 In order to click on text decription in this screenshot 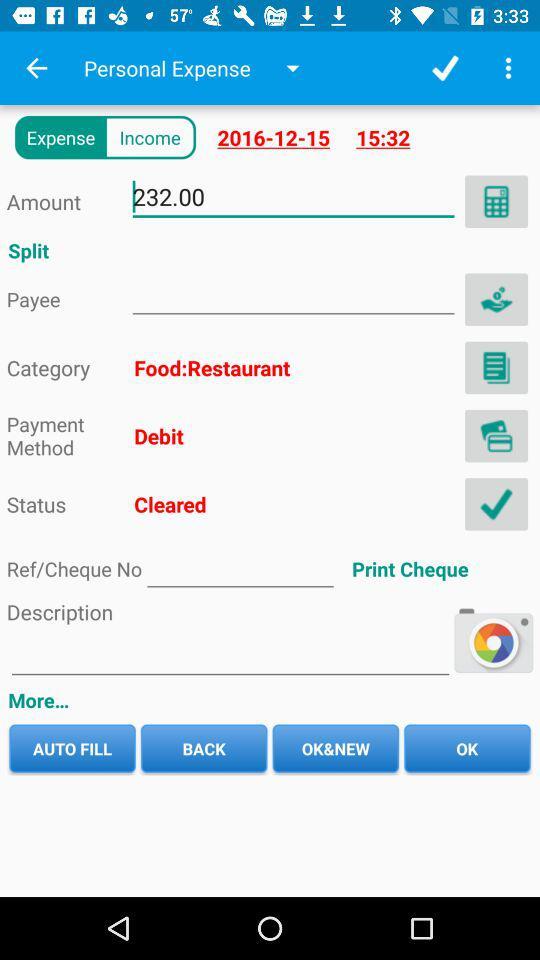, I will do `click(229, 654)`.